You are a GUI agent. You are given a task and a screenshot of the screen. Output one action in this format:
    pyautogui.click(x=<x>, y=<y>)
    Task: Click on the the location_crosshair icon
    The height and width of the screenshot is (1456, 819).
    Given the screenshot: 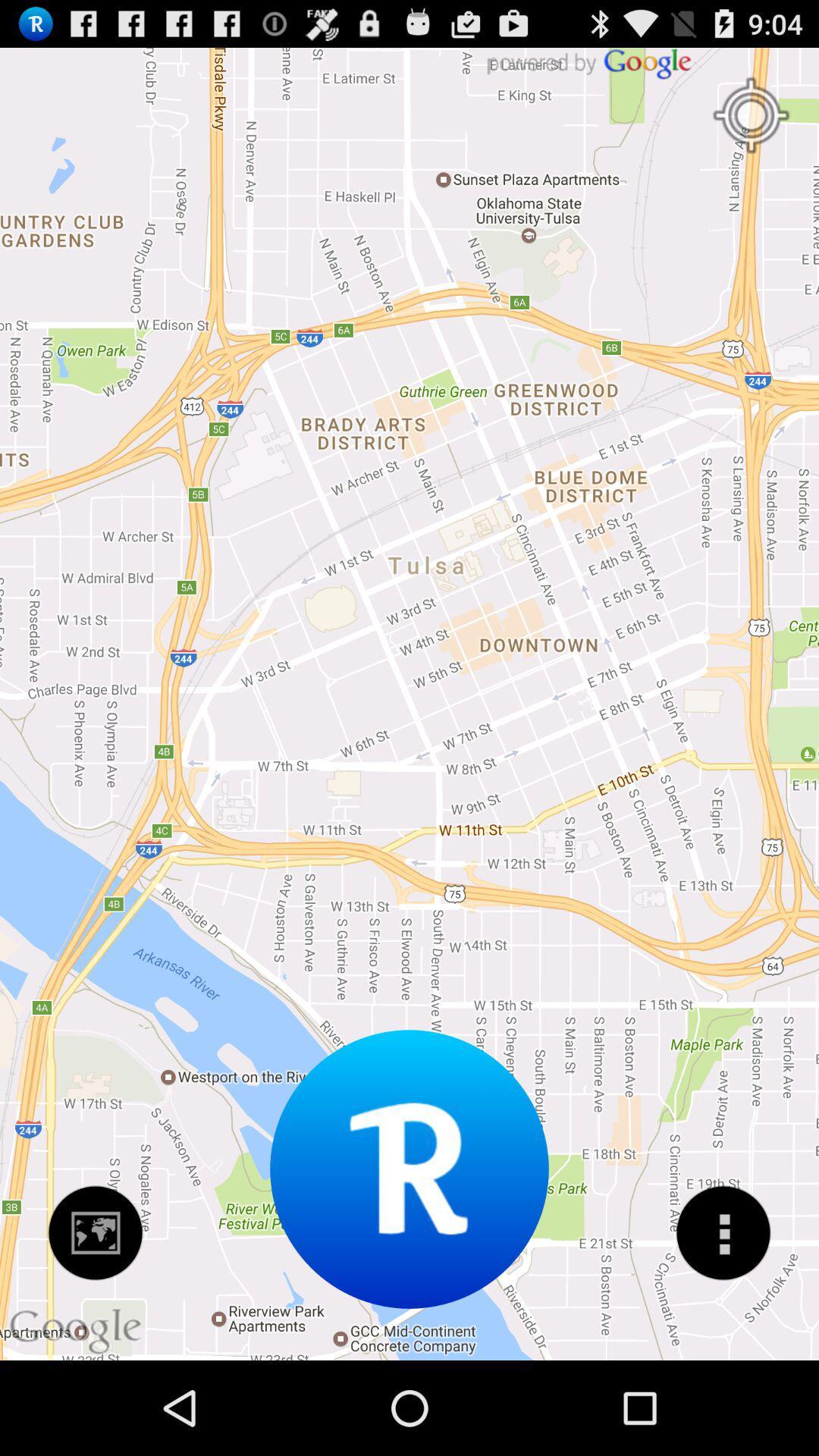 What is the action you would take?
    pyautogui.click(x=751, y=124)
    